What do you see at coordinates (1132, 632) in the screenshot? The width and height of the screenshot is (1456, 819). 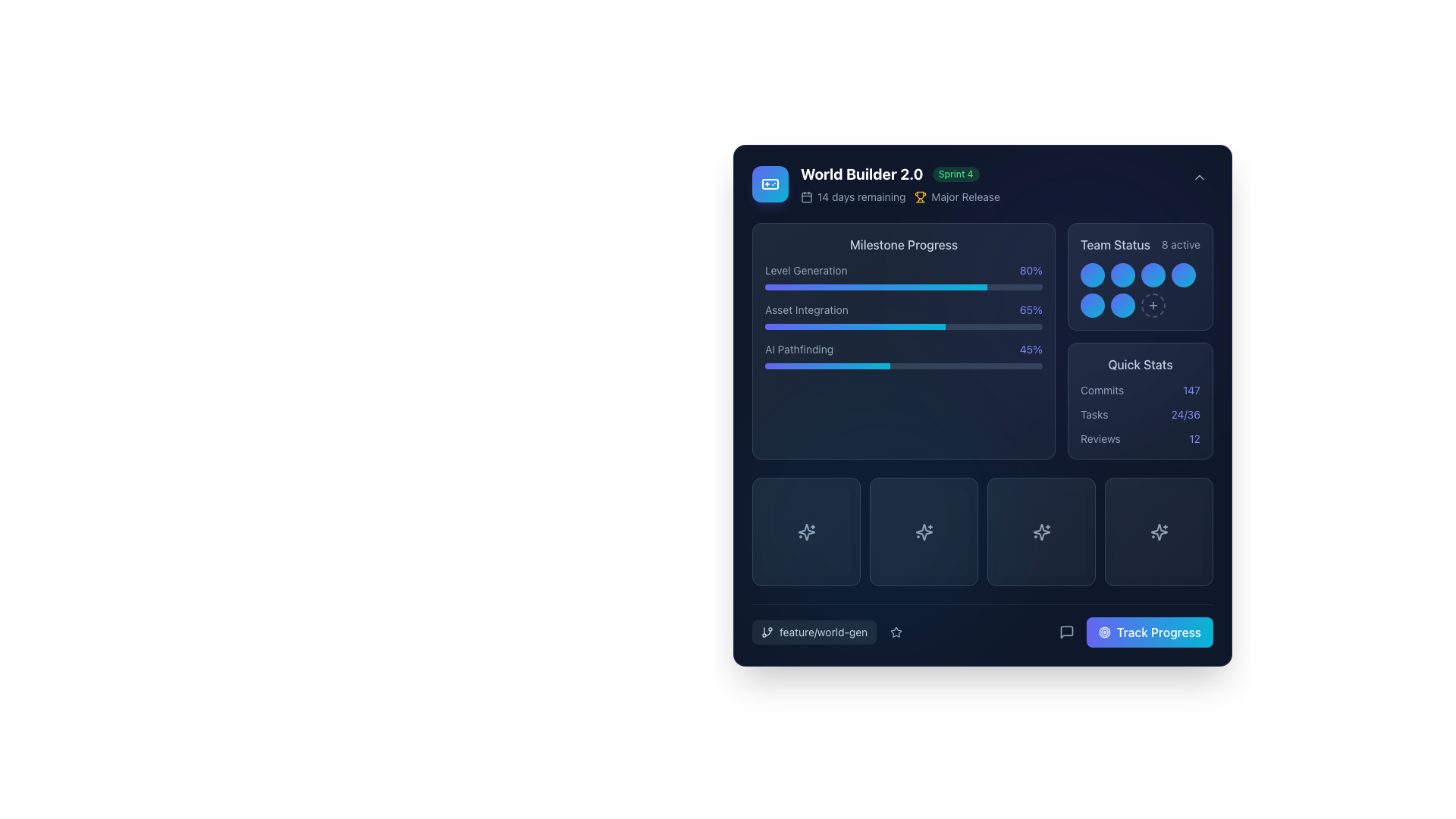 I see `the progress tracking button located` at bounding box center [1132, 632].